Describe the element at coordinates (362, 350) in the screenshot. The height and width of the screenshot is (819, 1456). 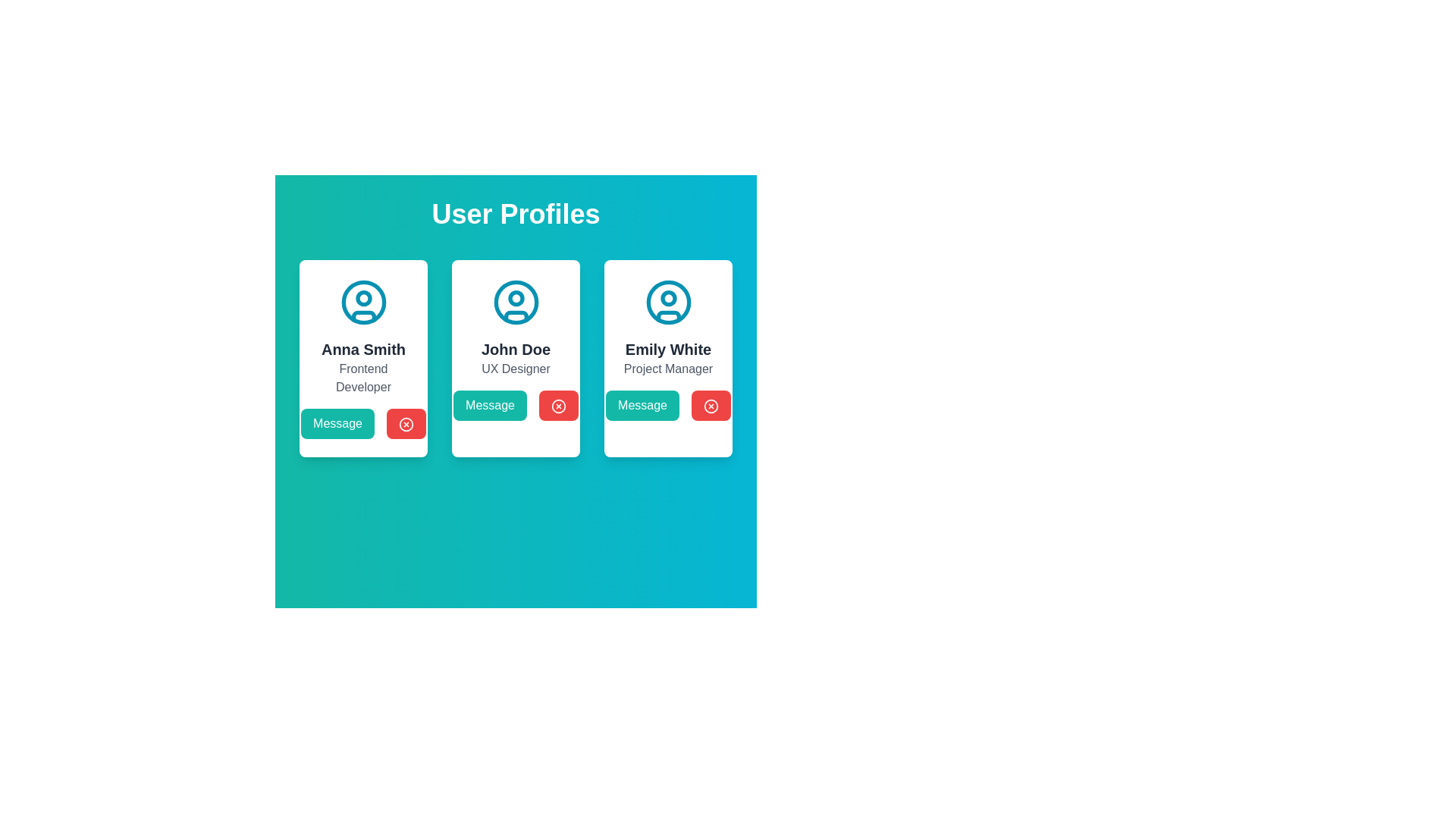
I see `the text label displaying 'Anna Smith', which is bold, centered, and located above the 'Frontend Developer' text in the leftmost profile card` at that location.